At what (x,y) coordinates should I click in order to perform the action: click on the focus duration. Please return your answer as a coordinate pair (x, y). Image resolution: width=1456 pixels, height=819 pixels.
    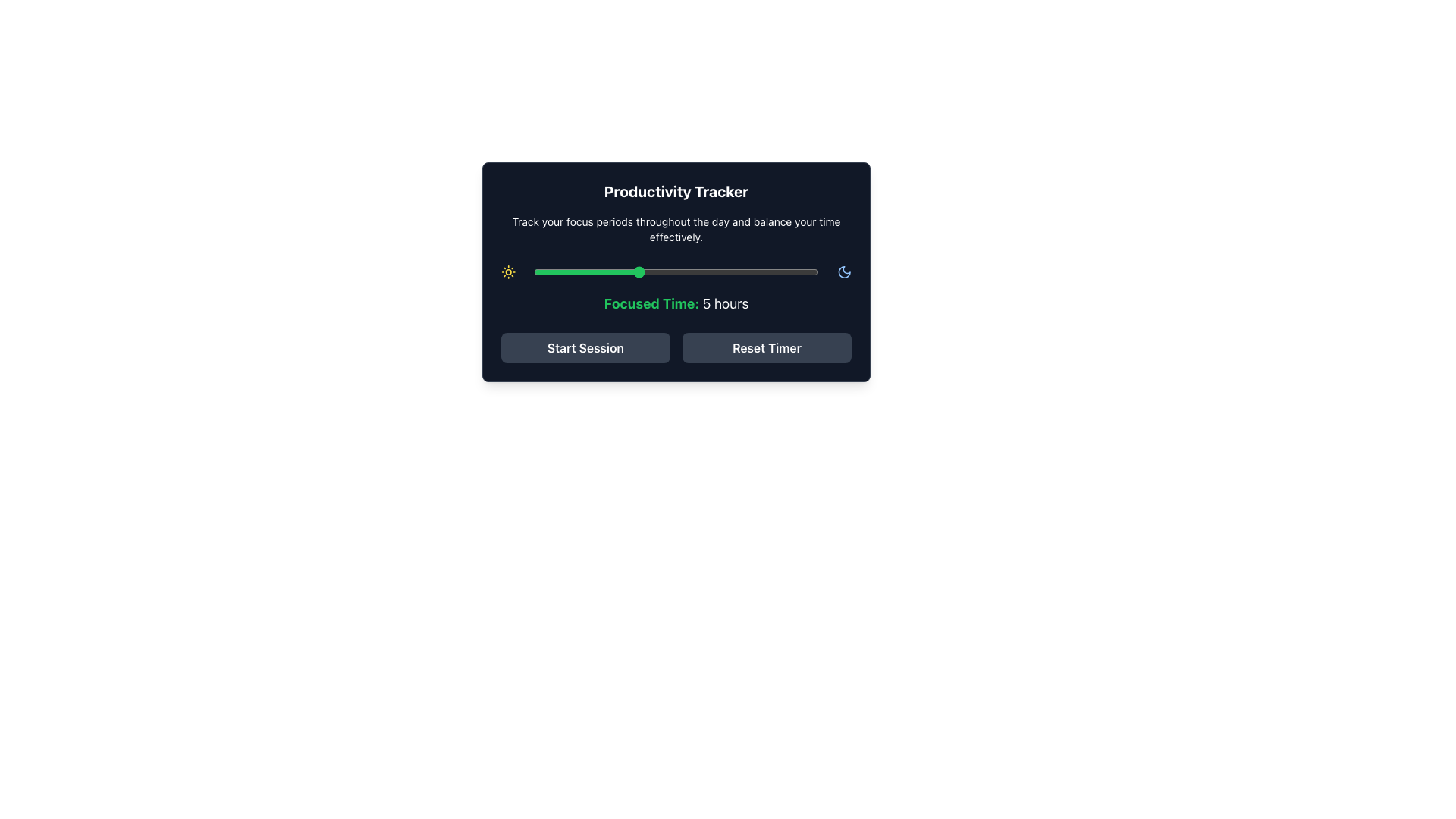
    Looking at the image, I should click on (792, 271).